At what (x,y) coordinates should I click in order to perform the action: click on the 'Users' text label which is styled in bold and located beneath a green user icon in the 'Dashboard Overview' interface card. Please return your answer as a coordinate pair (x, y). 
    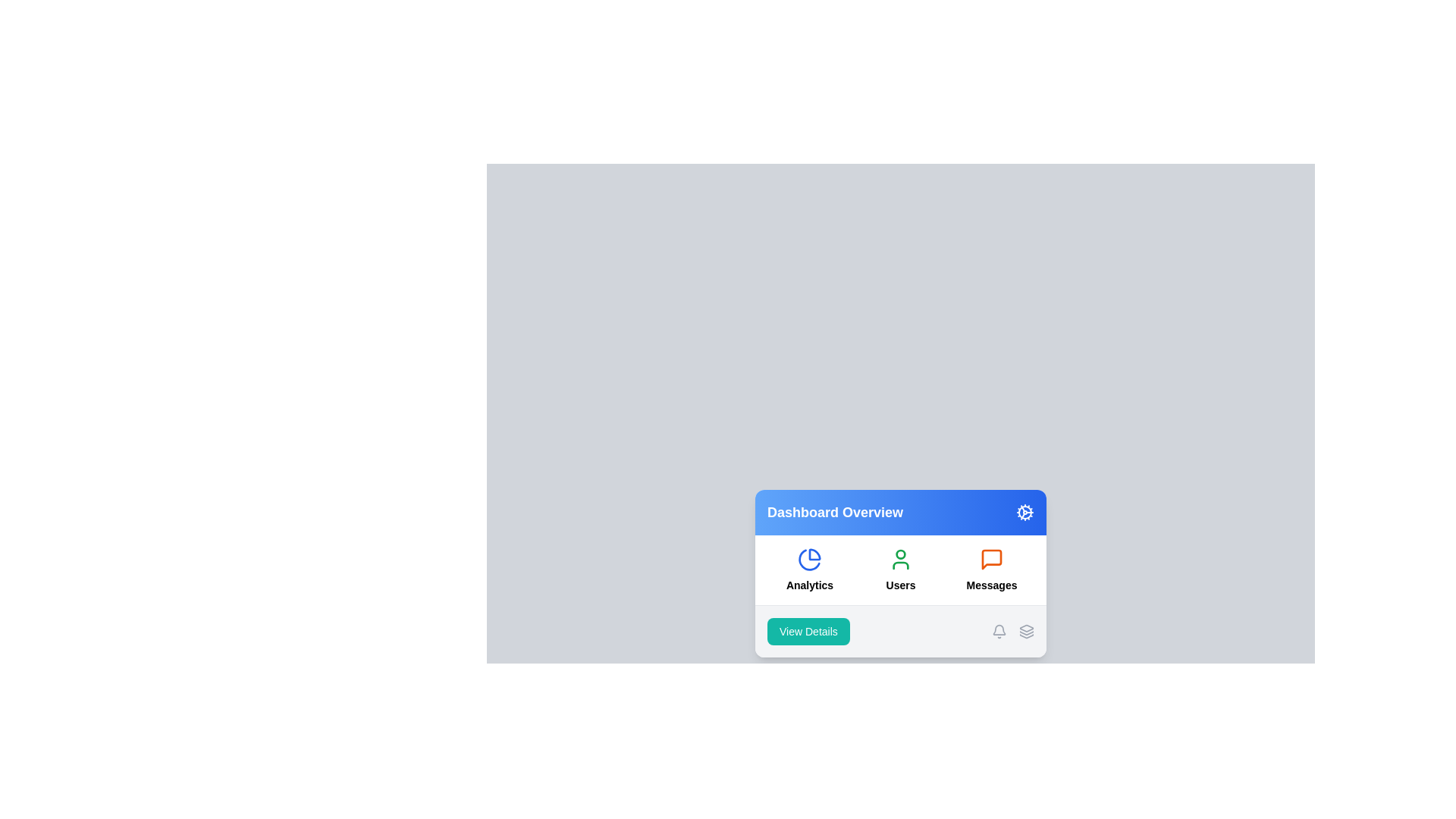
    Looking at the image, I should click on (900, 584).